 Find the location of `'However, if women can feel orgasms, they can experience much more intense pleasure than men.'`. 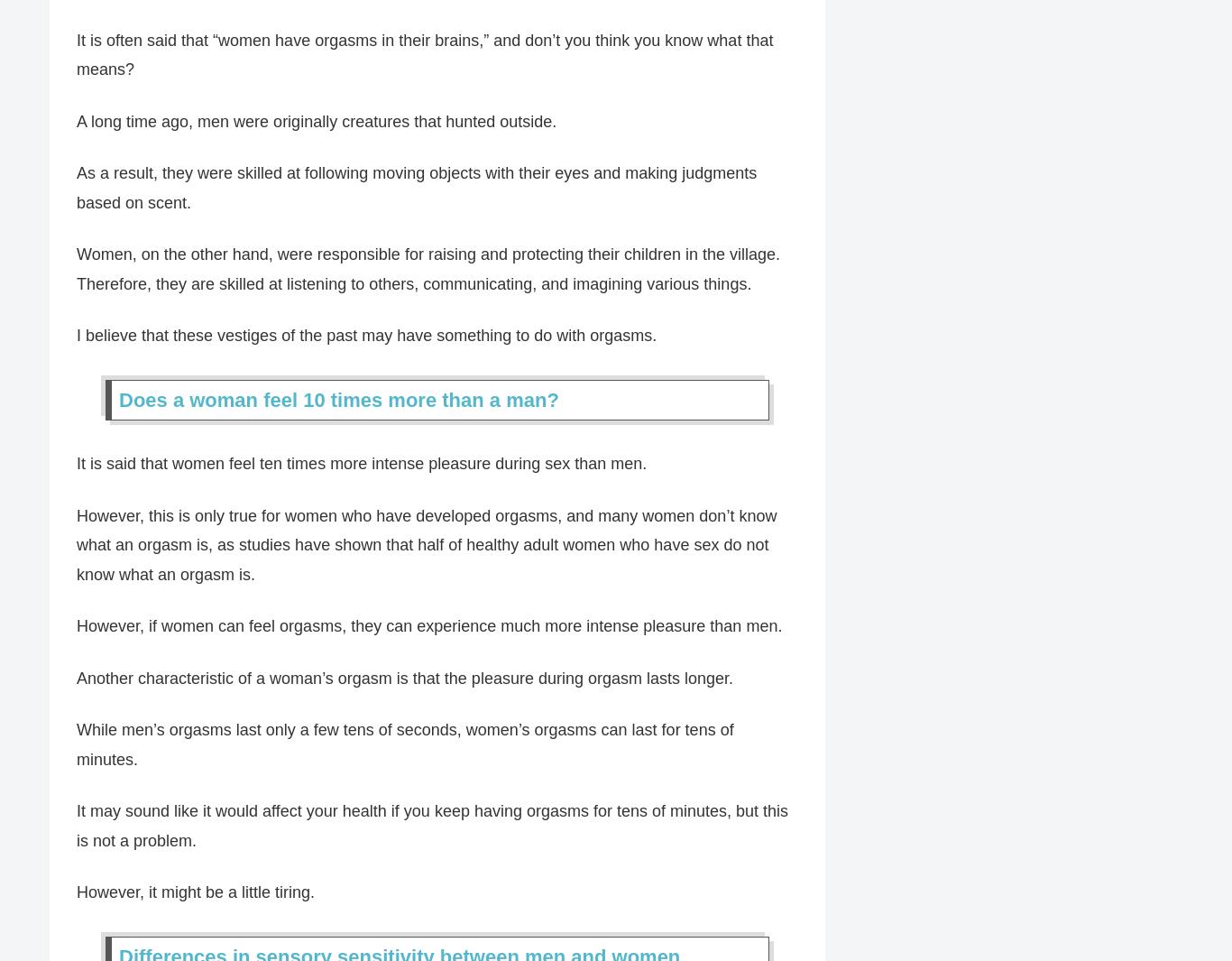

'However, if women can feel orgasms, they can experience much more intense pleasure than men.' is located at coordinates (76, 627).